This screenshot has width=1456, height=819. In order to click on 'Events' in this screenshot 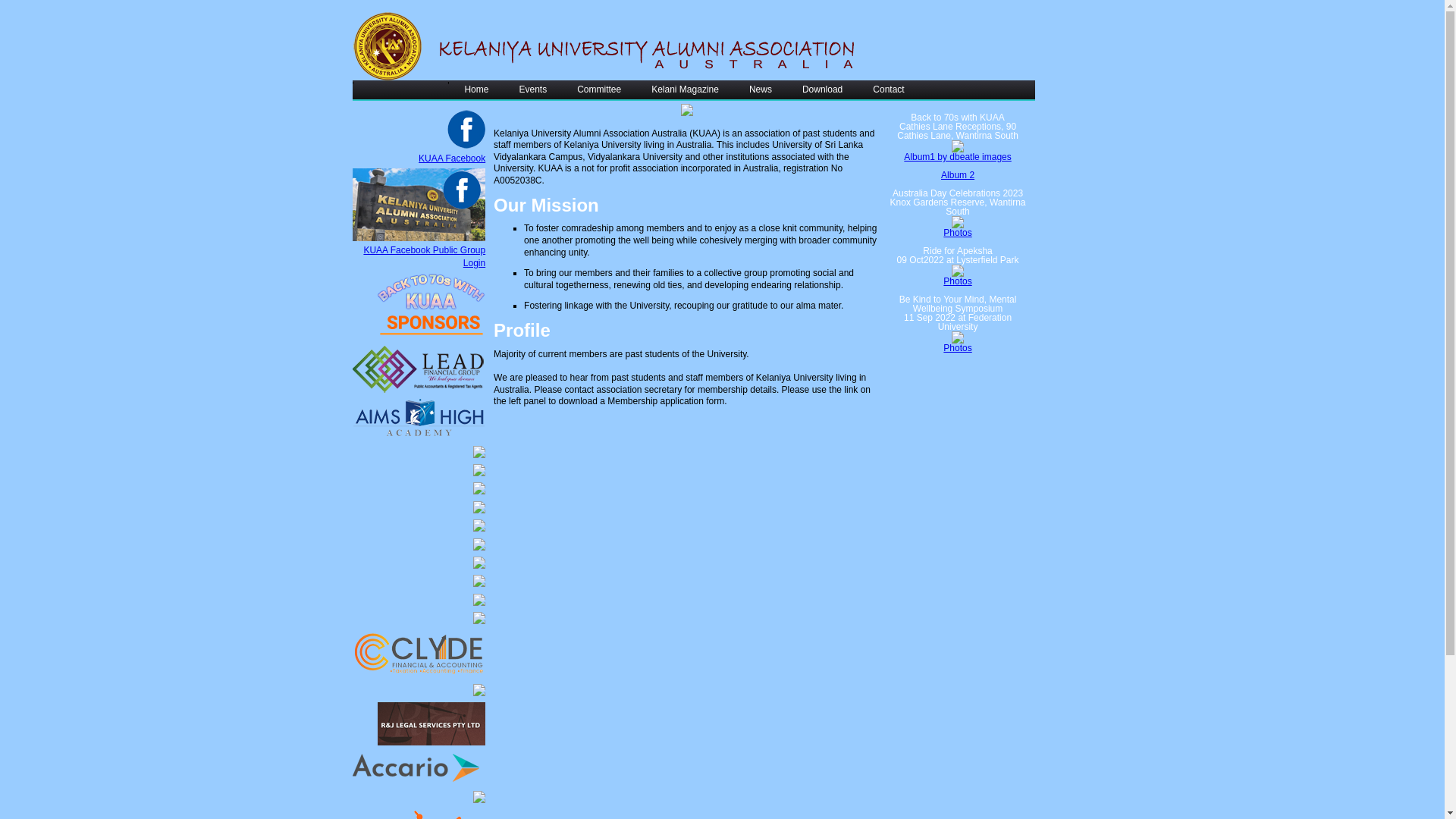, I will do `click(532, 89)`.